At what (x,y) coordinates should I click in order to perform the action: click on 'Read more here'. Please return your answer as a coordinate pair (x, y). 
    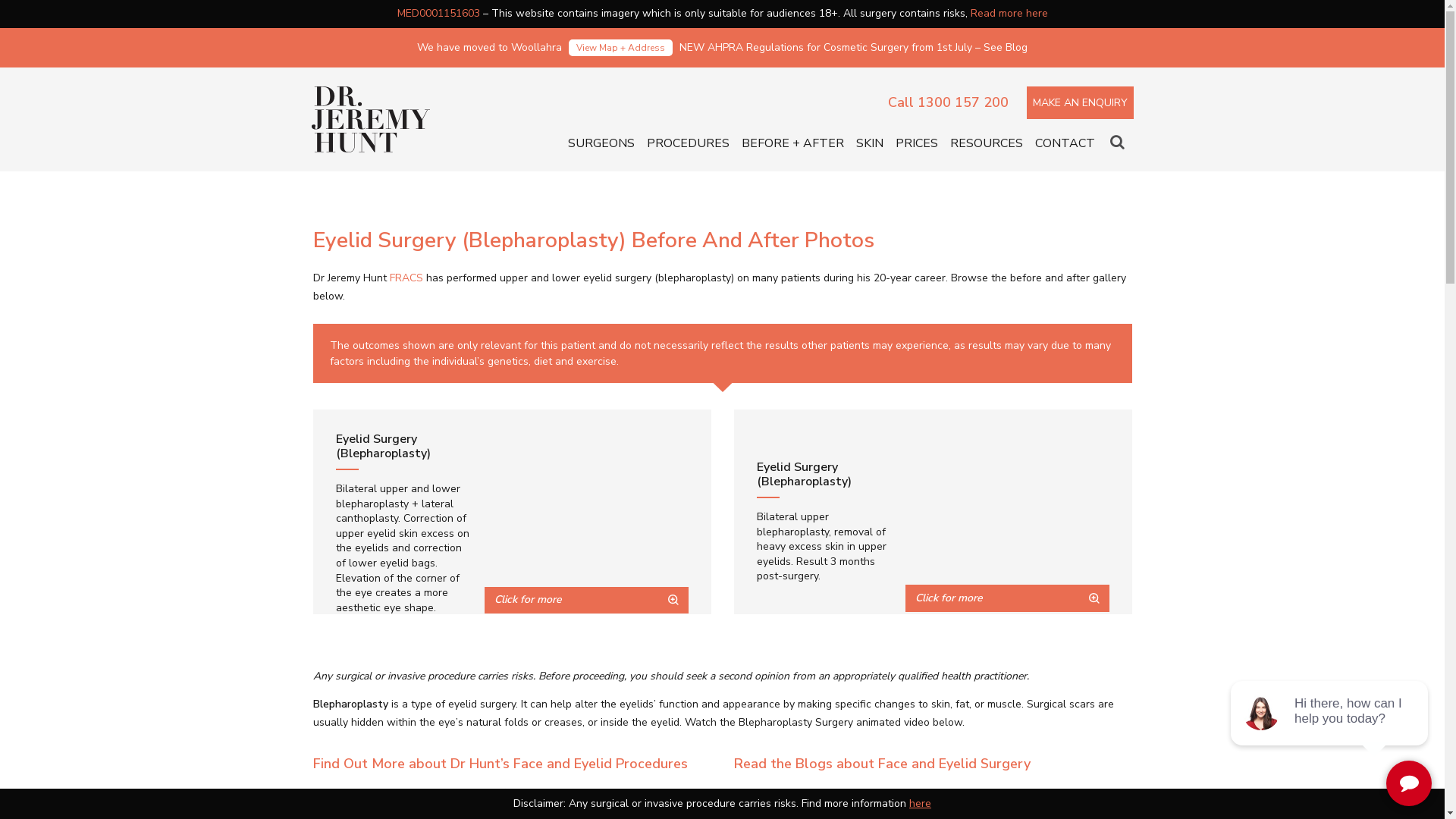
    Looking at the image, I should click on (971, 13).